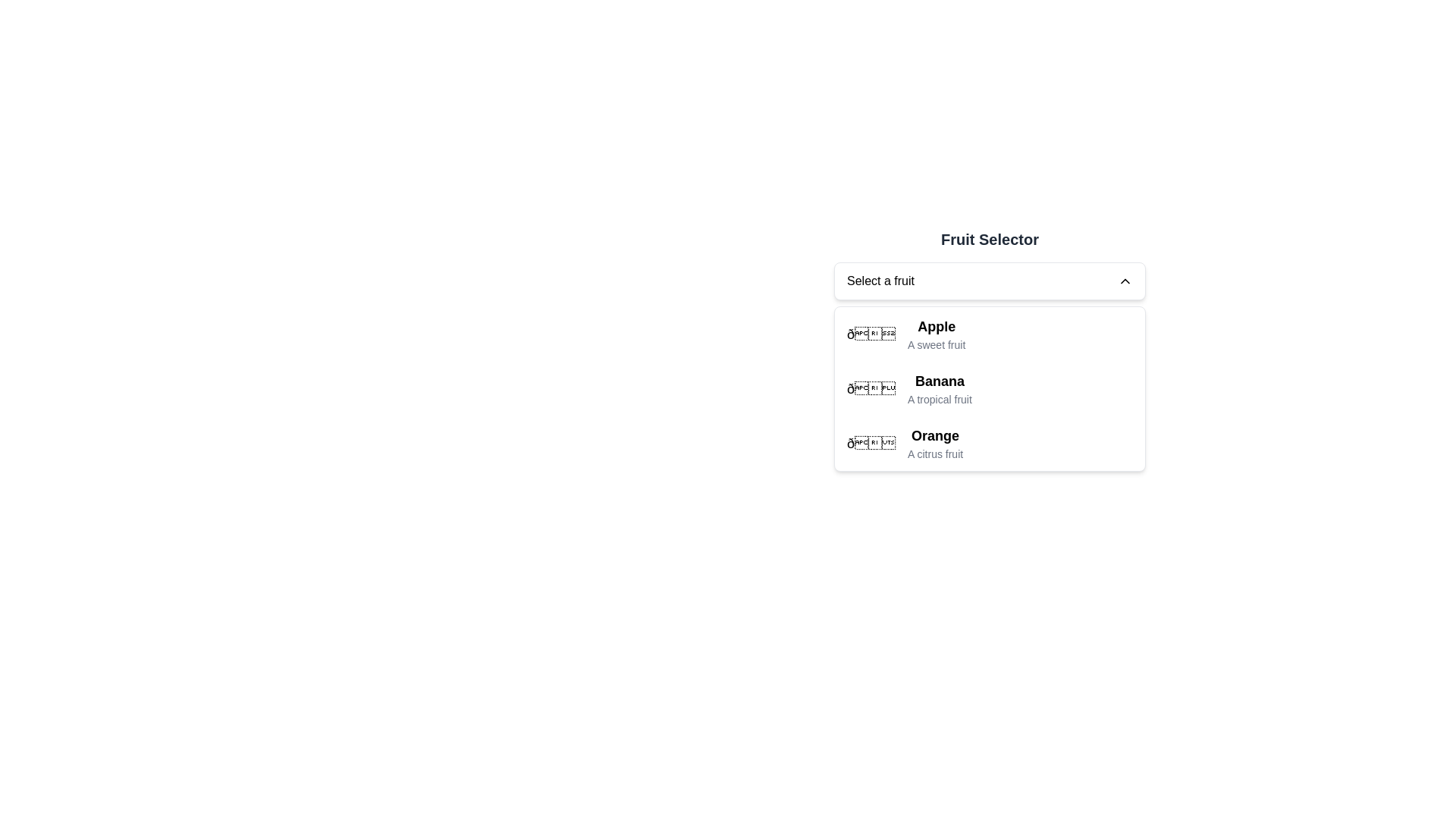  I want to click on the text label that indicates the purpose of the dropdown menu for selecting a fruit, so click(880, 281).